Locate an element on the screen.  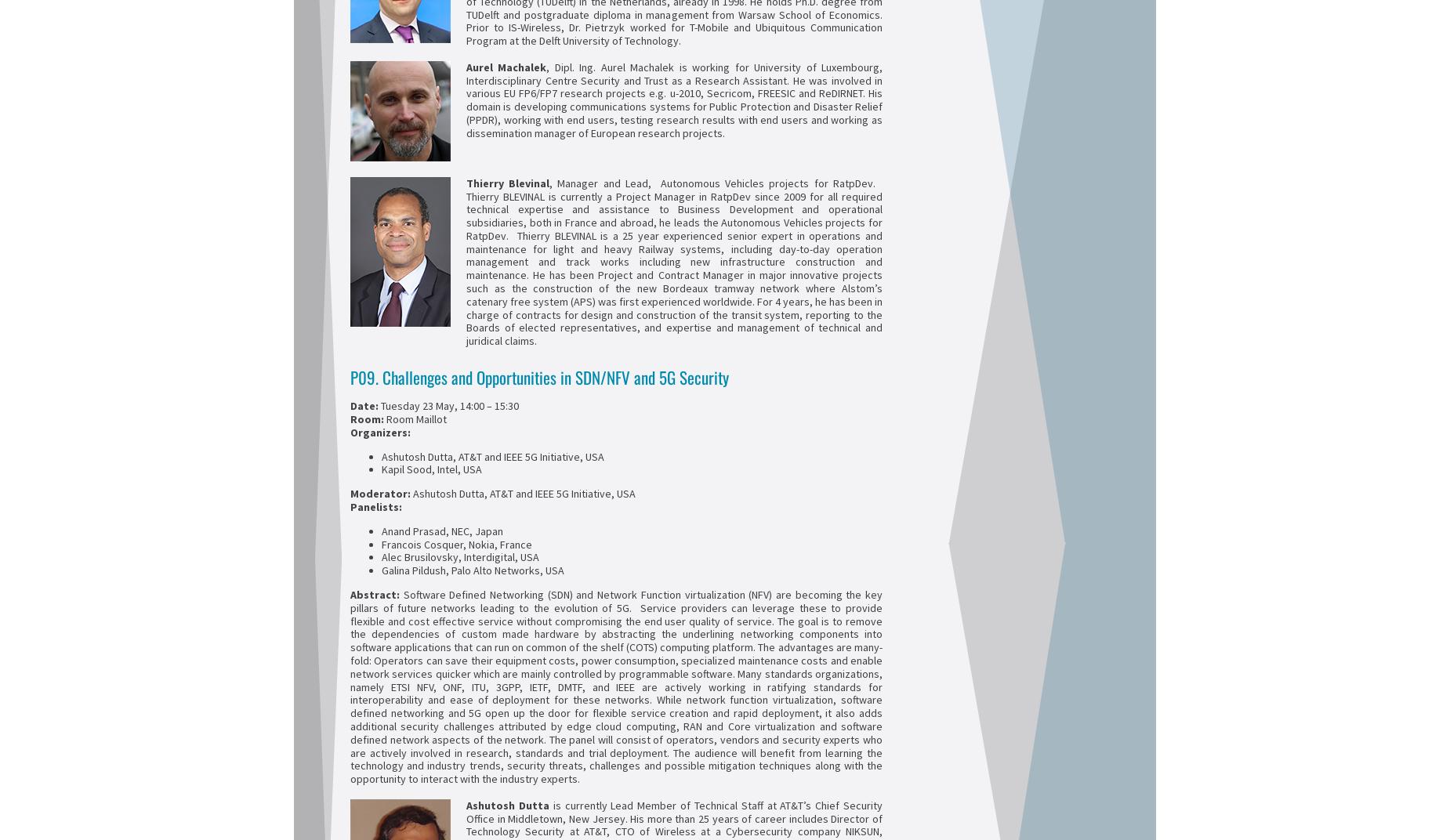
'Panelists:' is located at coordinates (376, 505).